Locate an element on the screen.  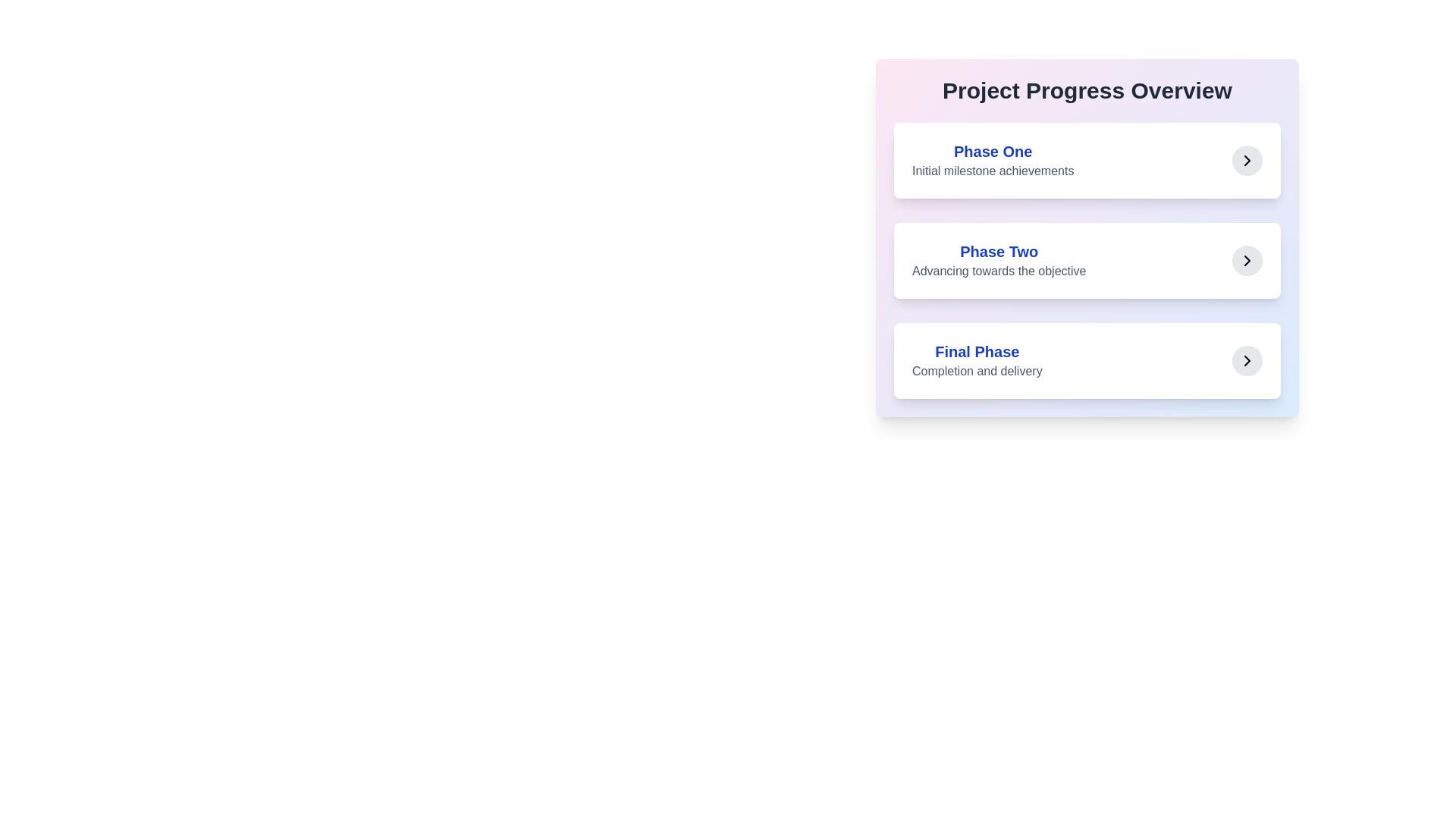
the navigation button located at the far right of the 'Phase Two' section of the 'Project Progress Overview' is located at coordinates (1247, 259).